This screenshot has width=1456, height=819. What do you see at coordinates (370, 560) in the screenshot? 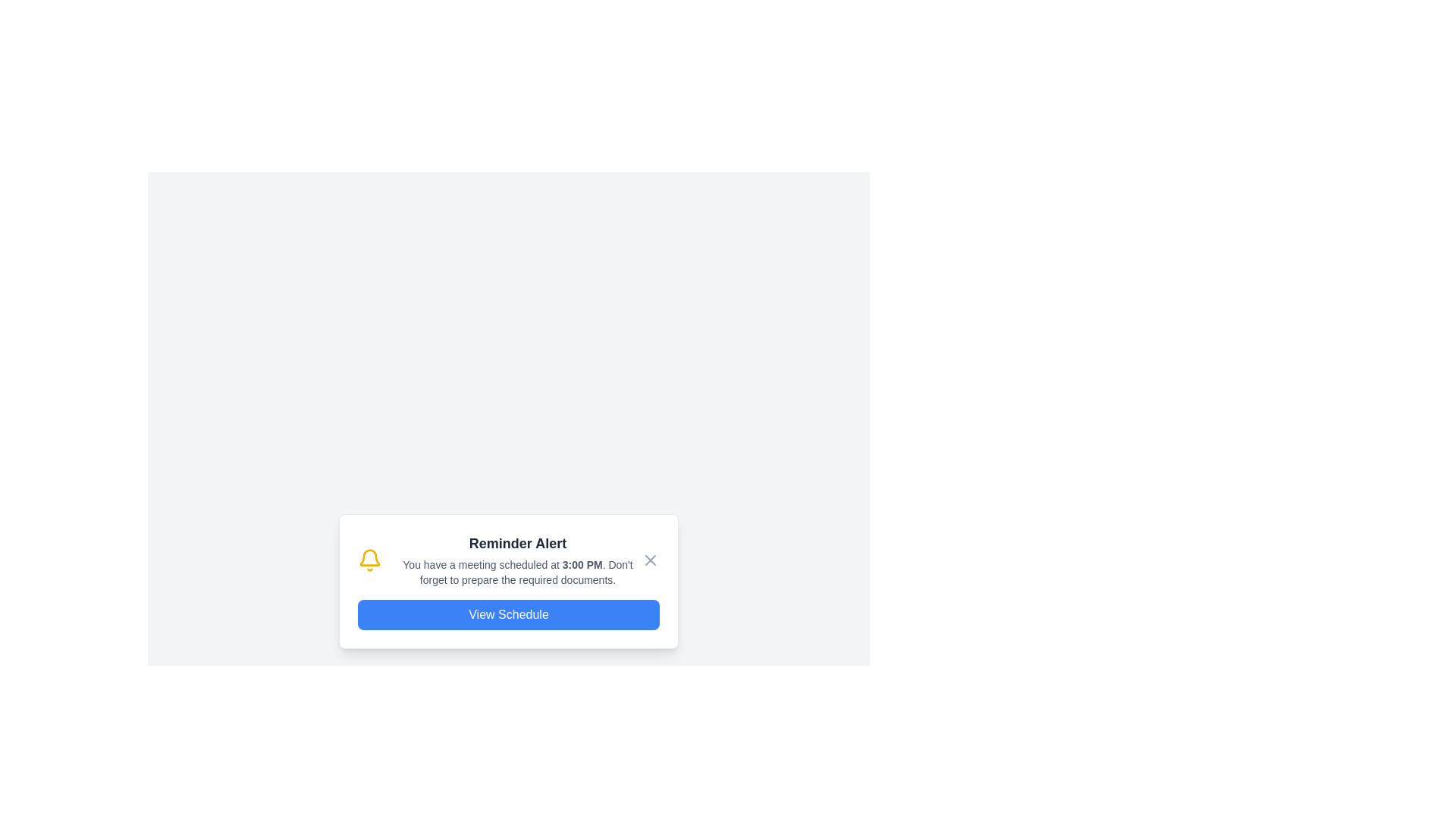
I see `the bell icon, which serves as a visual indicator for notifications, located at the top section of the modal, leftmost side, centered vertically with the 'Reminder Alert' text` at bounding box center [370, 560].